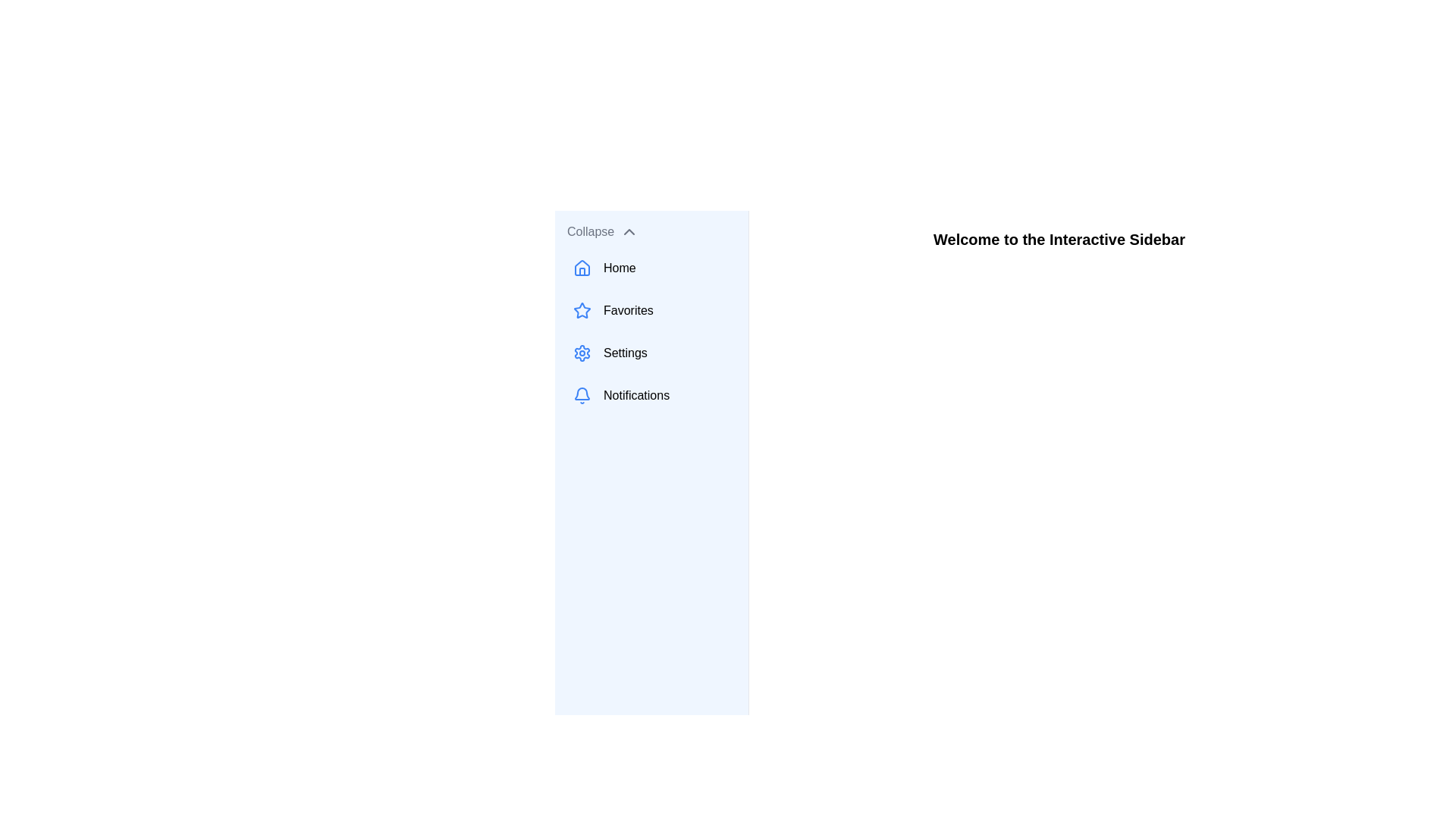  Describe the element at coordinates (620, 268) in the screenshot. I see `the 'Home' text label in the vertical navigation menu` at that location.